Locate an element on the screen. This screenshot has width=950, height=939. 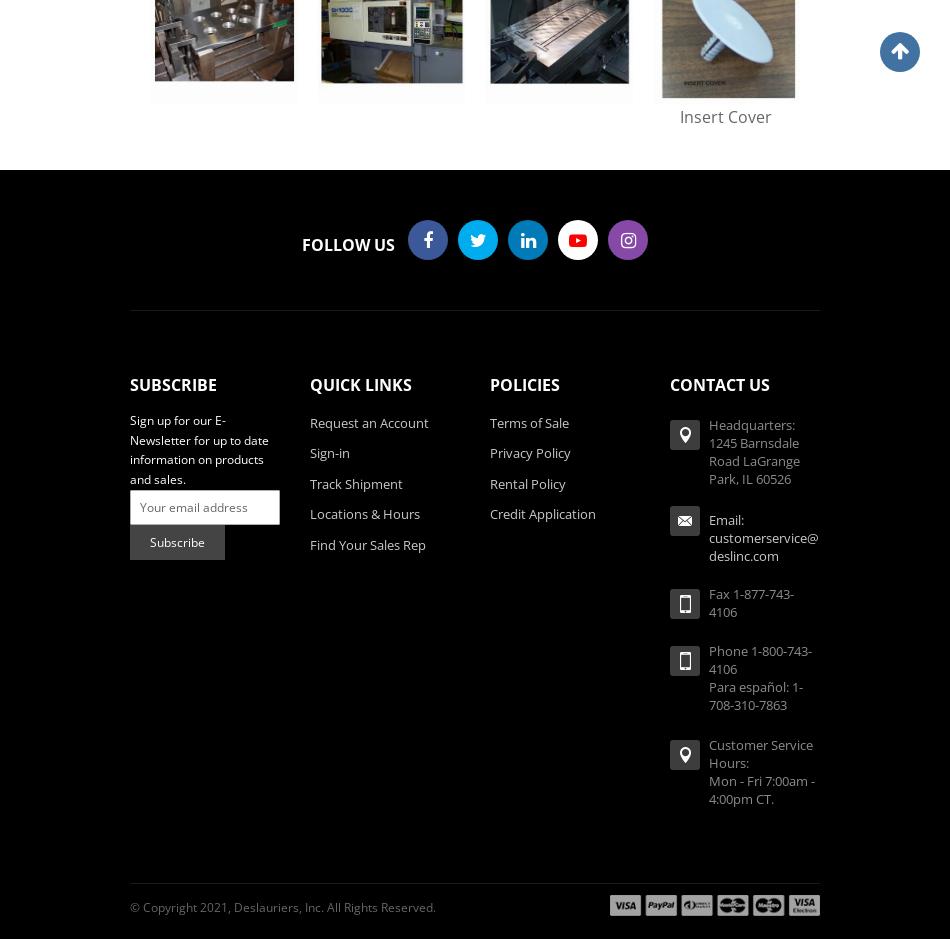
'Rental Policy' is located at coordinates (490, 482).